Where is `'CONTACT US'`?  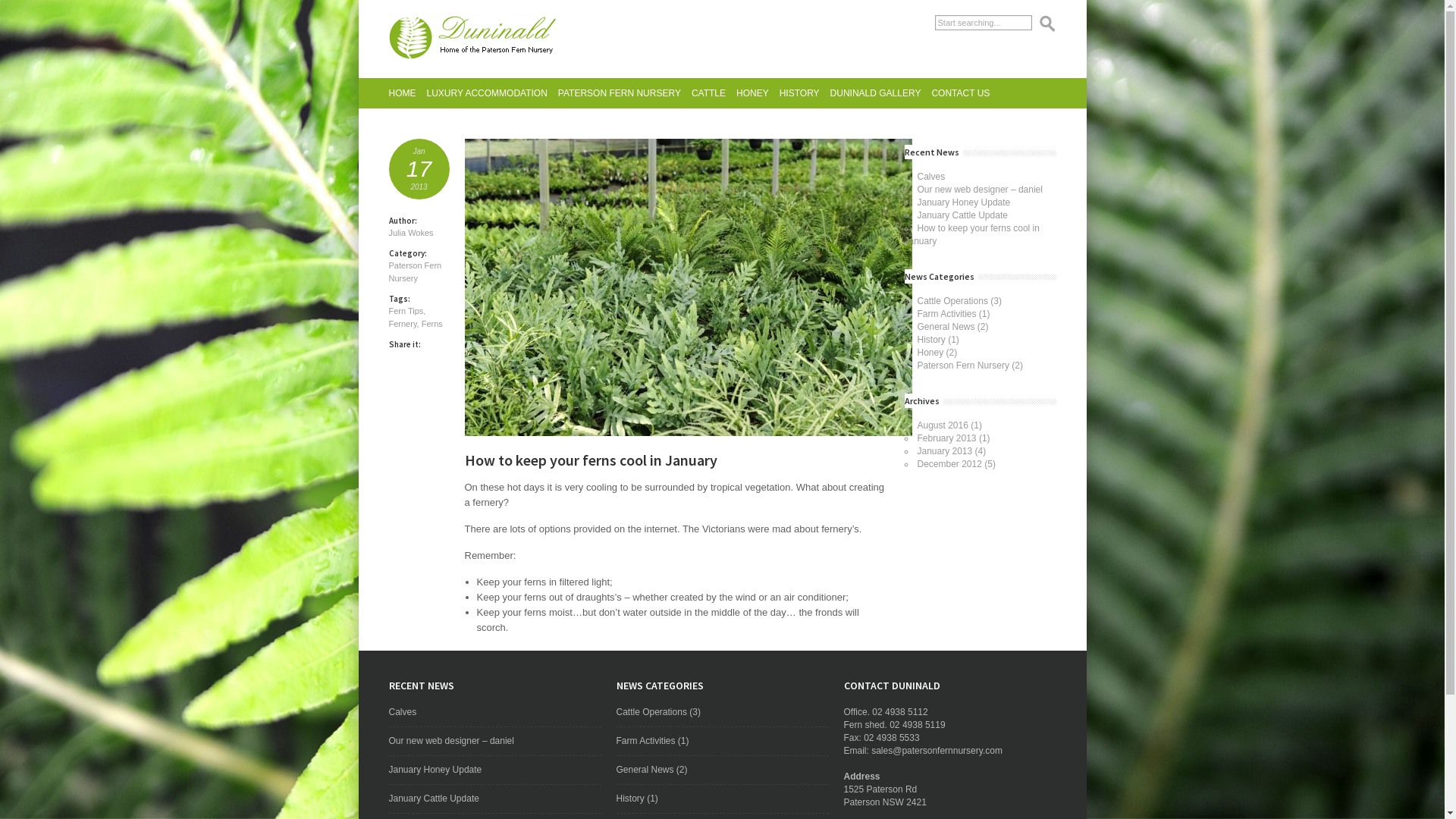 'CONTACT US' is located at coordinates (959, 93).